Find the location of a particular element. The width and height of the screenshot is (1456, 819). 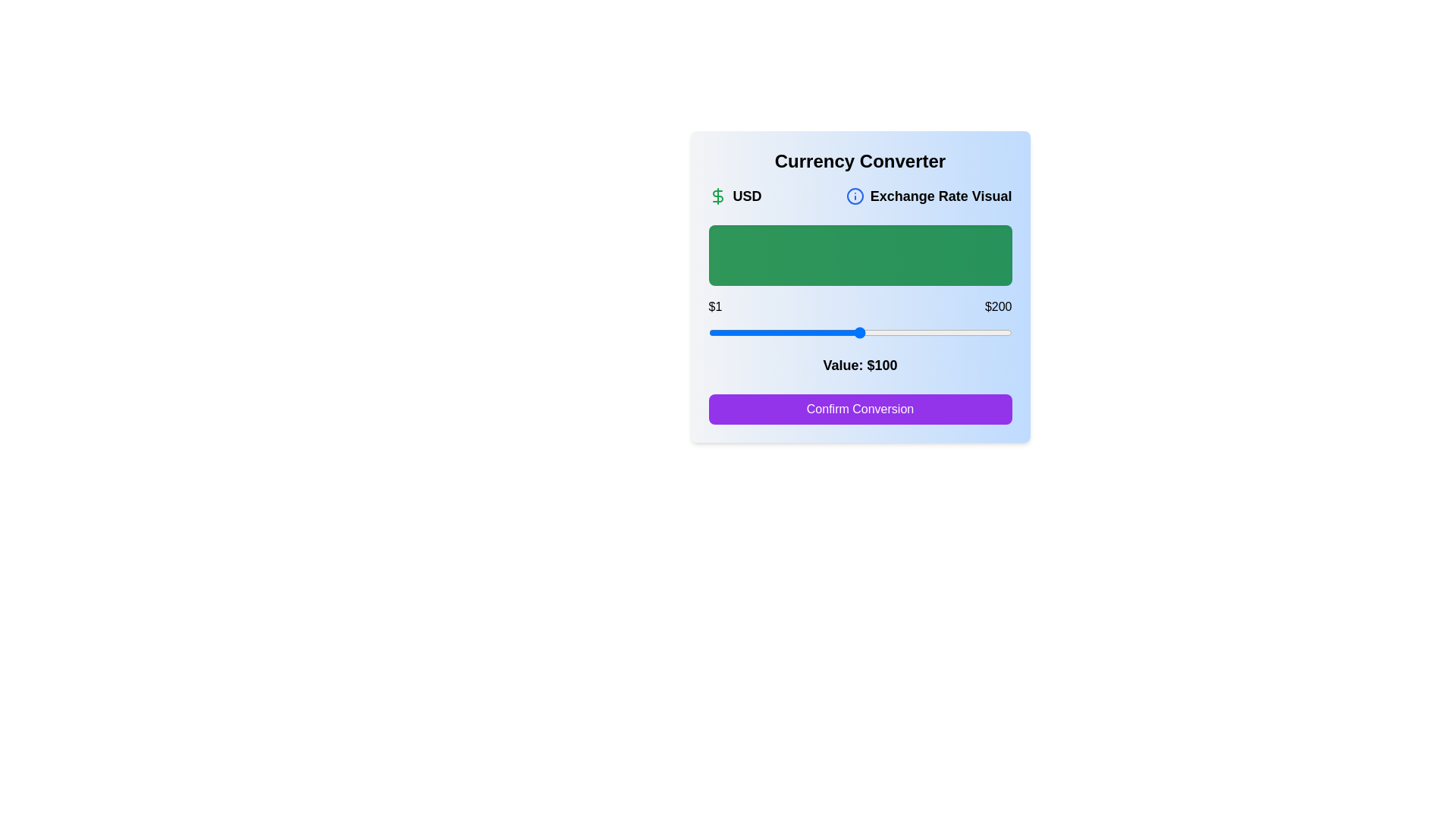

the slider to set the value to 172 is located at coordinates (968, 332).